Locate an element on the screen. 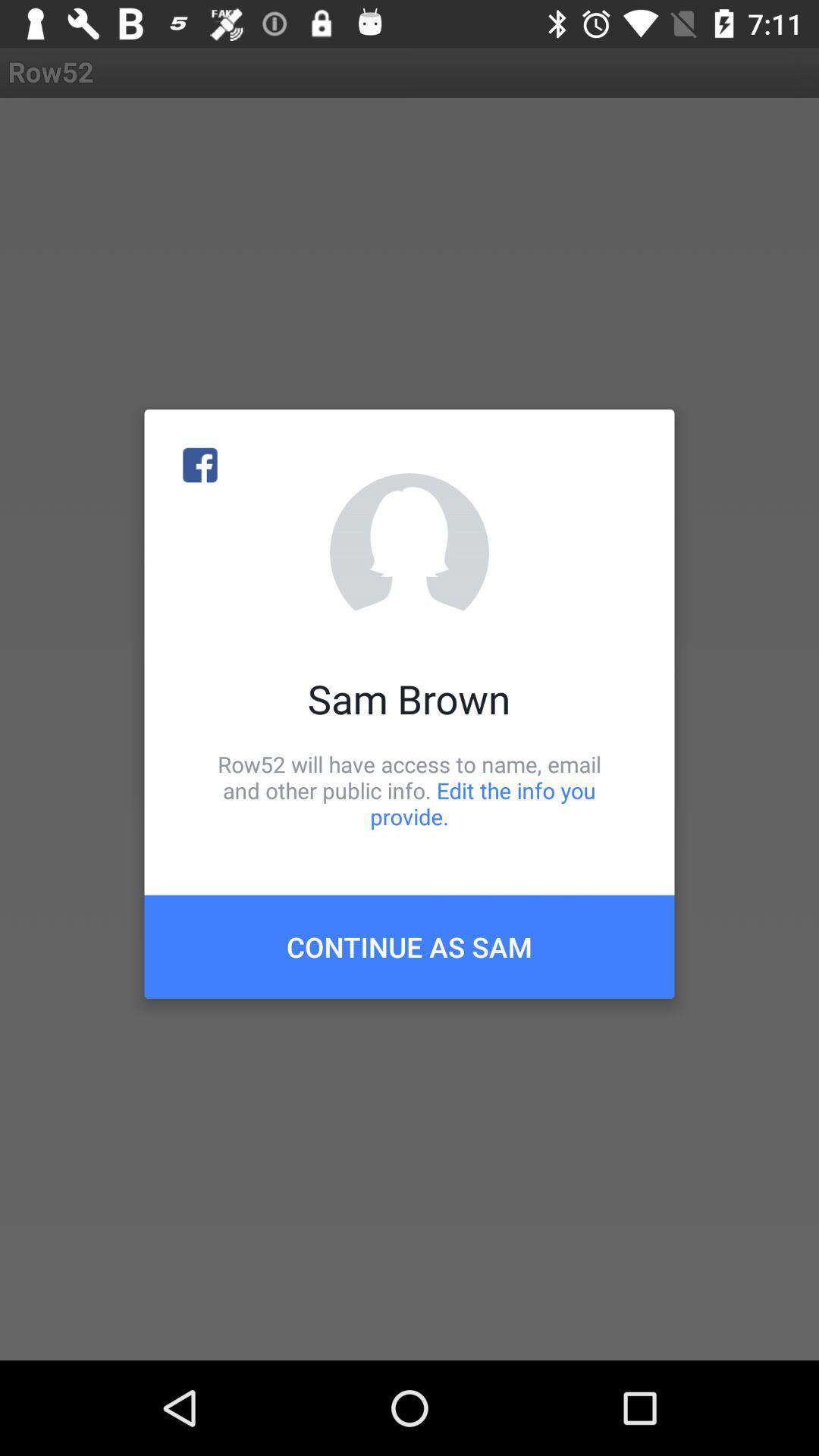 The width and height of the screenshot is (819, 1456). the item below sam brown item is located at coordinates (409, 789).